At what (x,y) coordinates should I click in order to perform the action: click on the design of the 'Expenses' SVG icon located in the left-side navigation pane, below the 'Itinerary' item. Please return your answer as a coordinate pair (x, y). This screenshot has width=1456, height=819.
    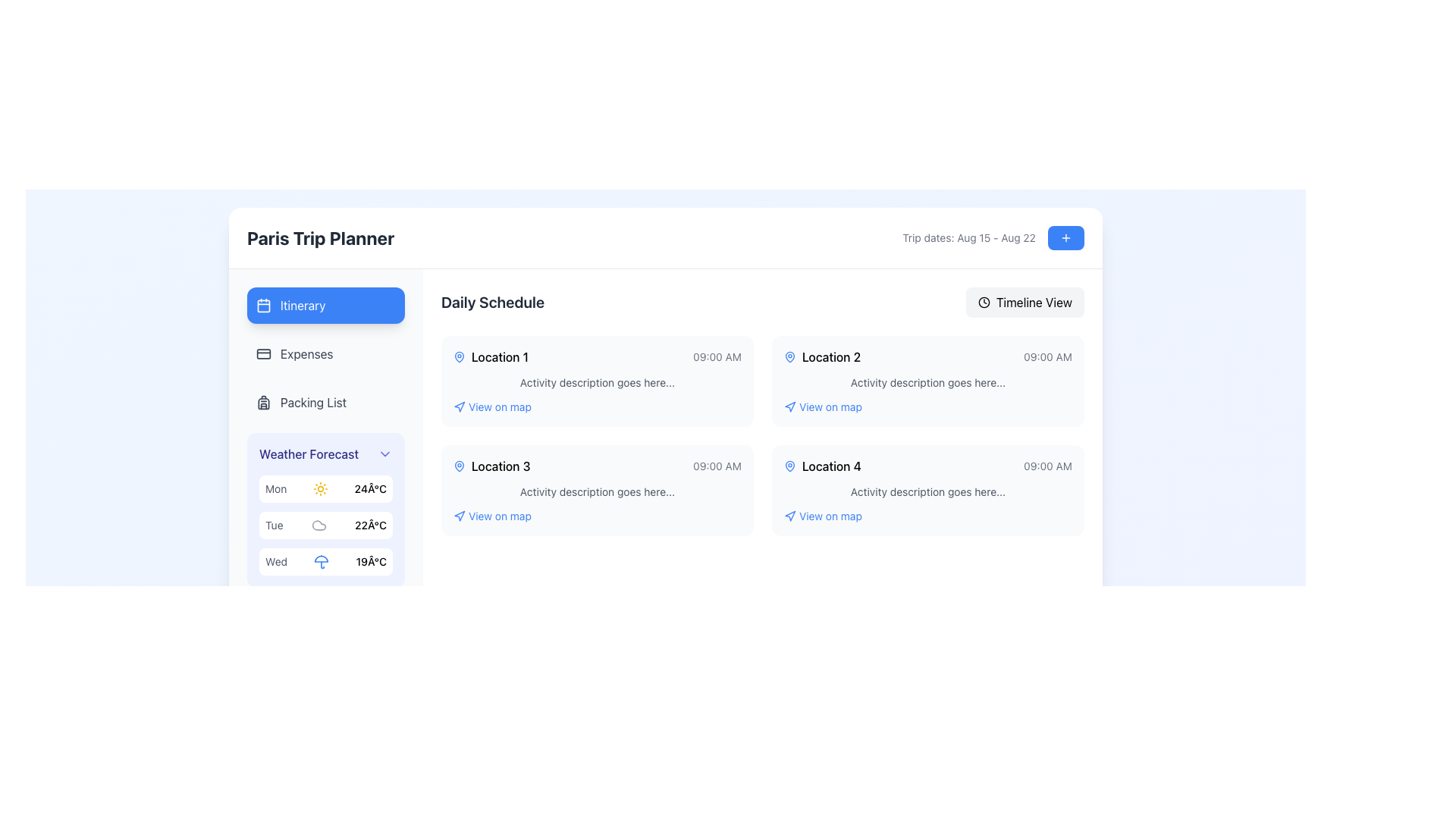
    Looking at the image, I should click on (263, 353).